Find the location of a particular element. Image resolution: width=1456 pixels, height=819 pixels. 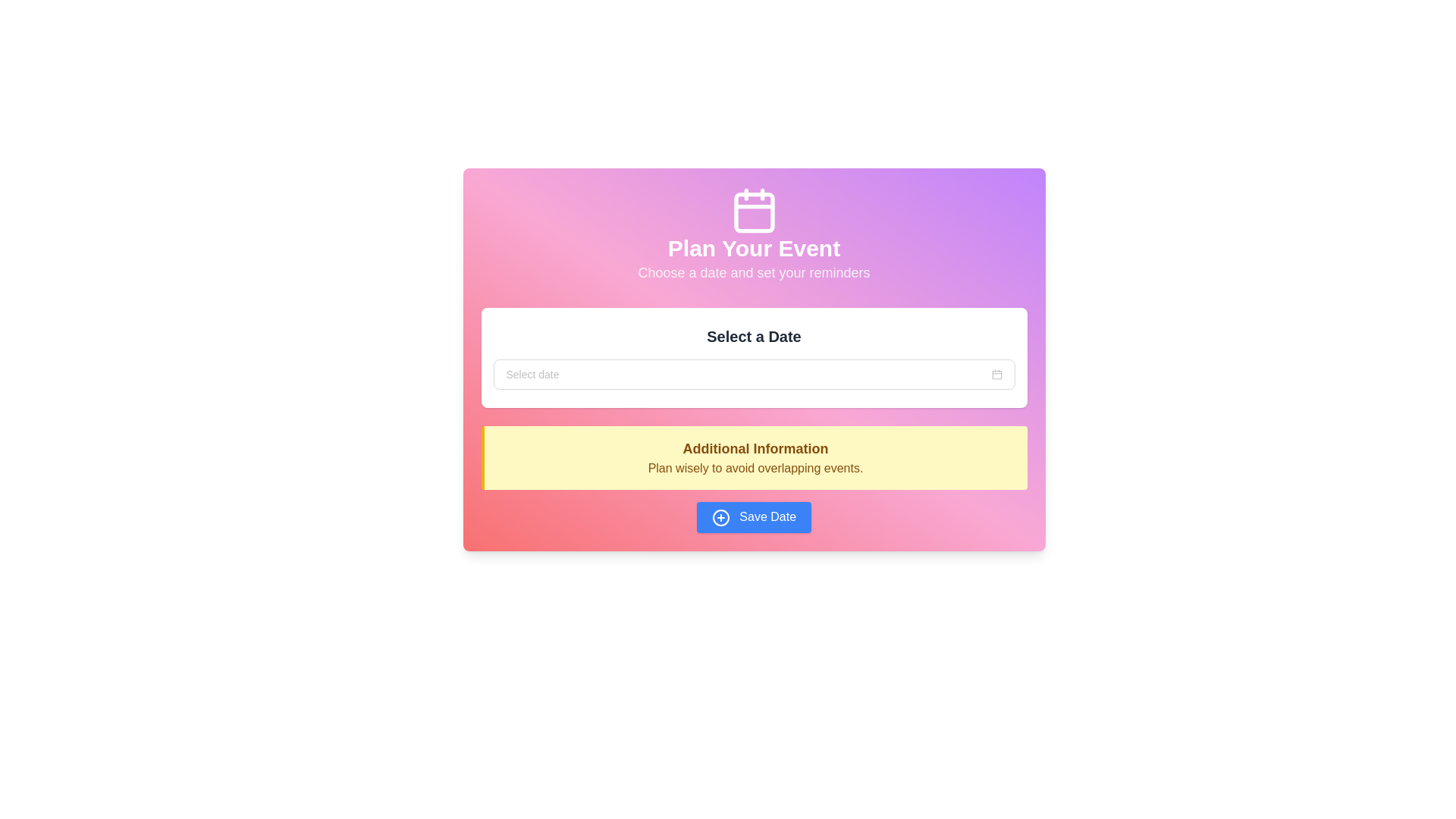

the save date button located below the 'Additional Information' section is located at coordinates (754, 516).